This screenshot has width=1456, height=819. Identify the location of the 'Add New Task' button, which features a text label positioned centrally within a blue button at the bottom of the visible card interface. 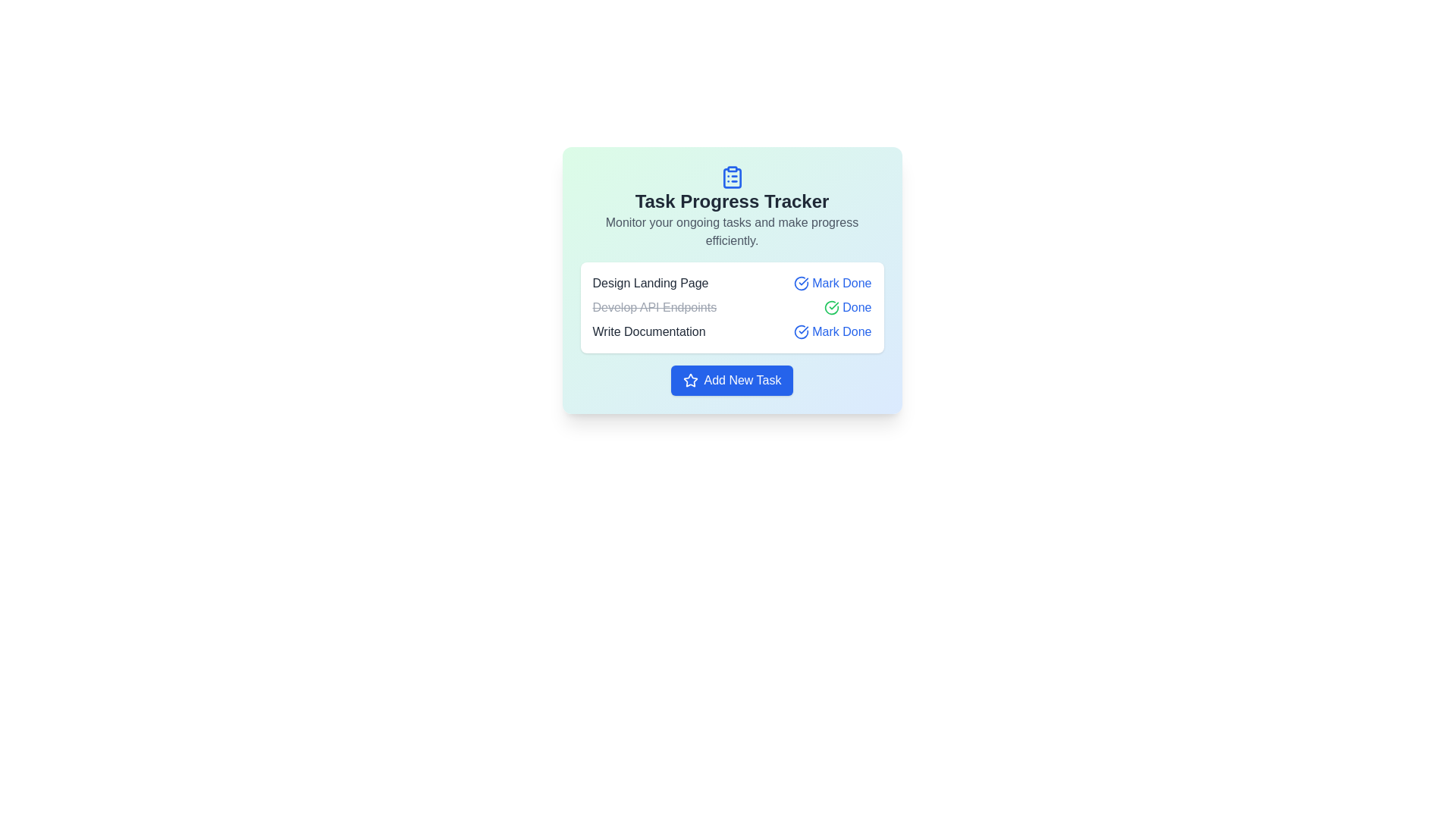
(742, 379).